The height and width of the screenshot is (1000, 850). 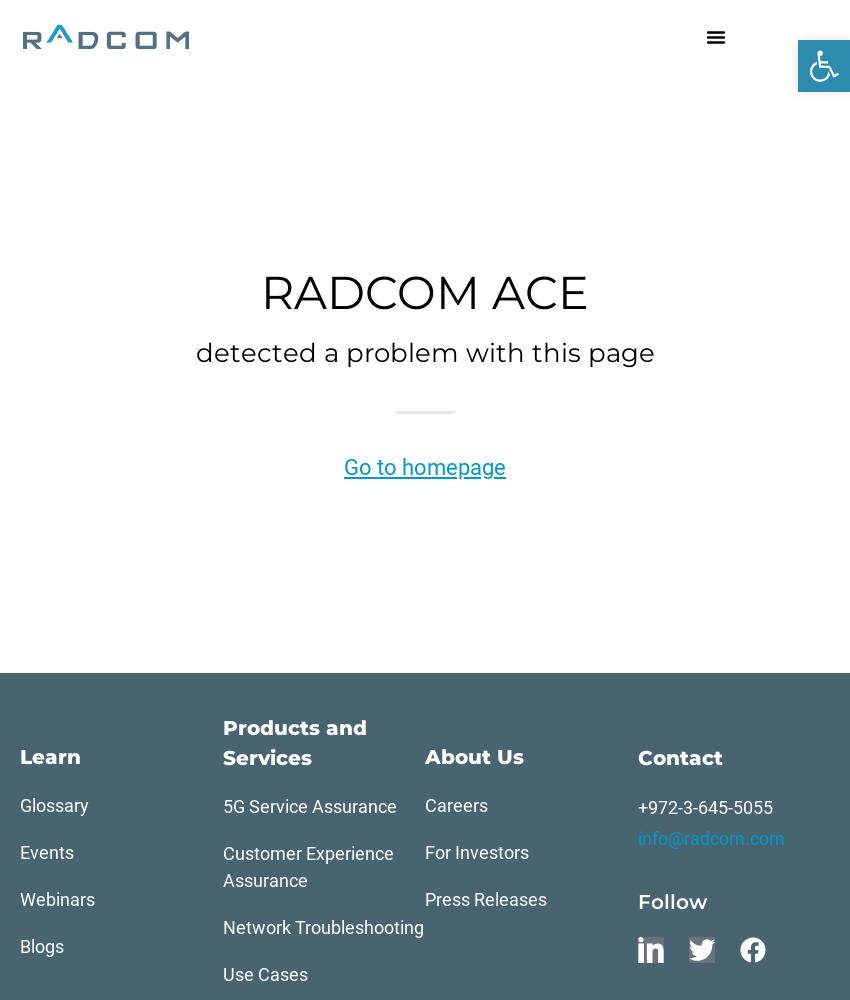 I want to click on 'Events', so click(x=47, y=850).